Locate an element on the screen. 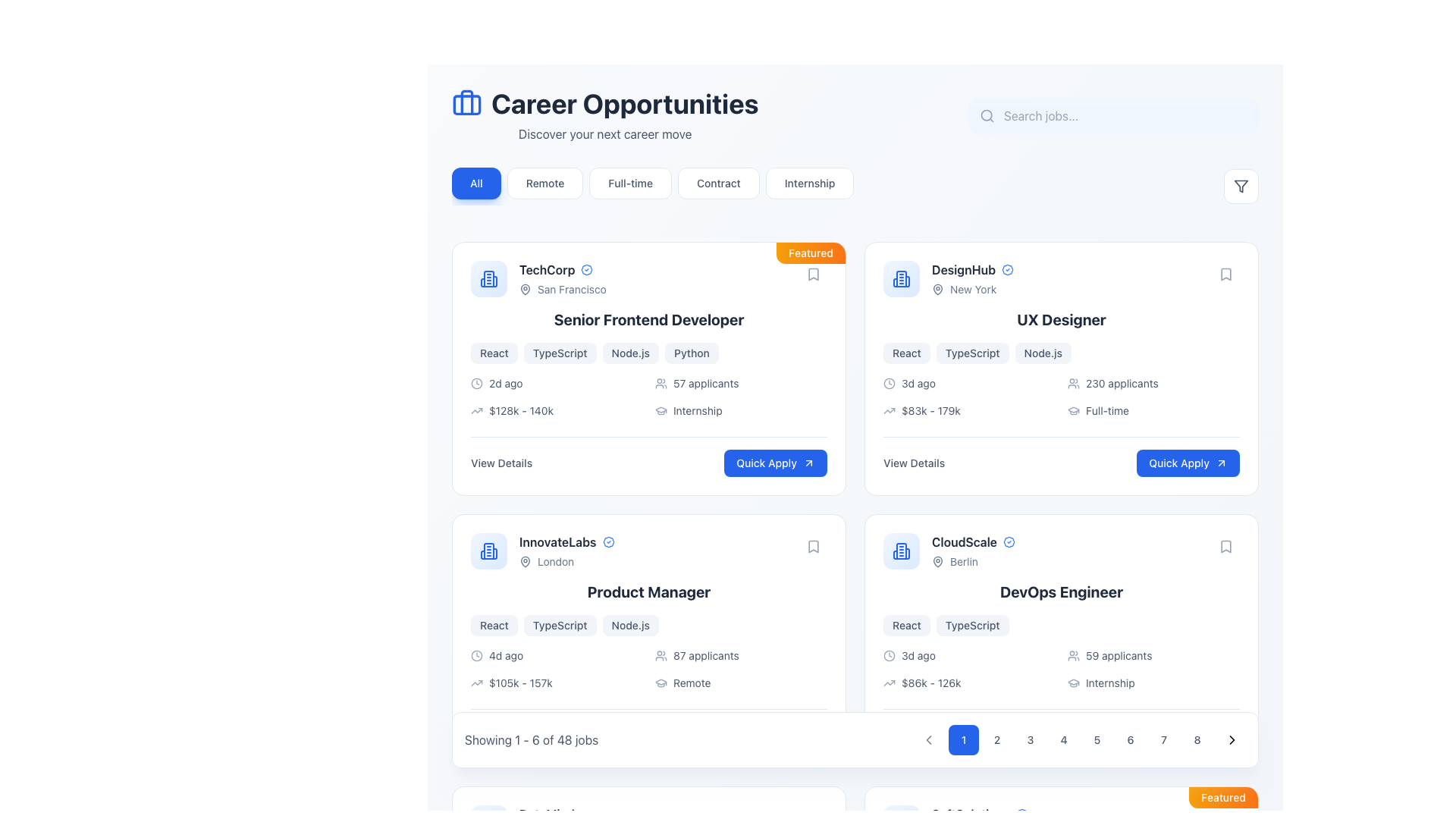  the vertical rectangular shape with softly rounded corners, which is part of the briefcase icon, located above the title text 'Career Opportunities' is located at coordinates (466, 102).